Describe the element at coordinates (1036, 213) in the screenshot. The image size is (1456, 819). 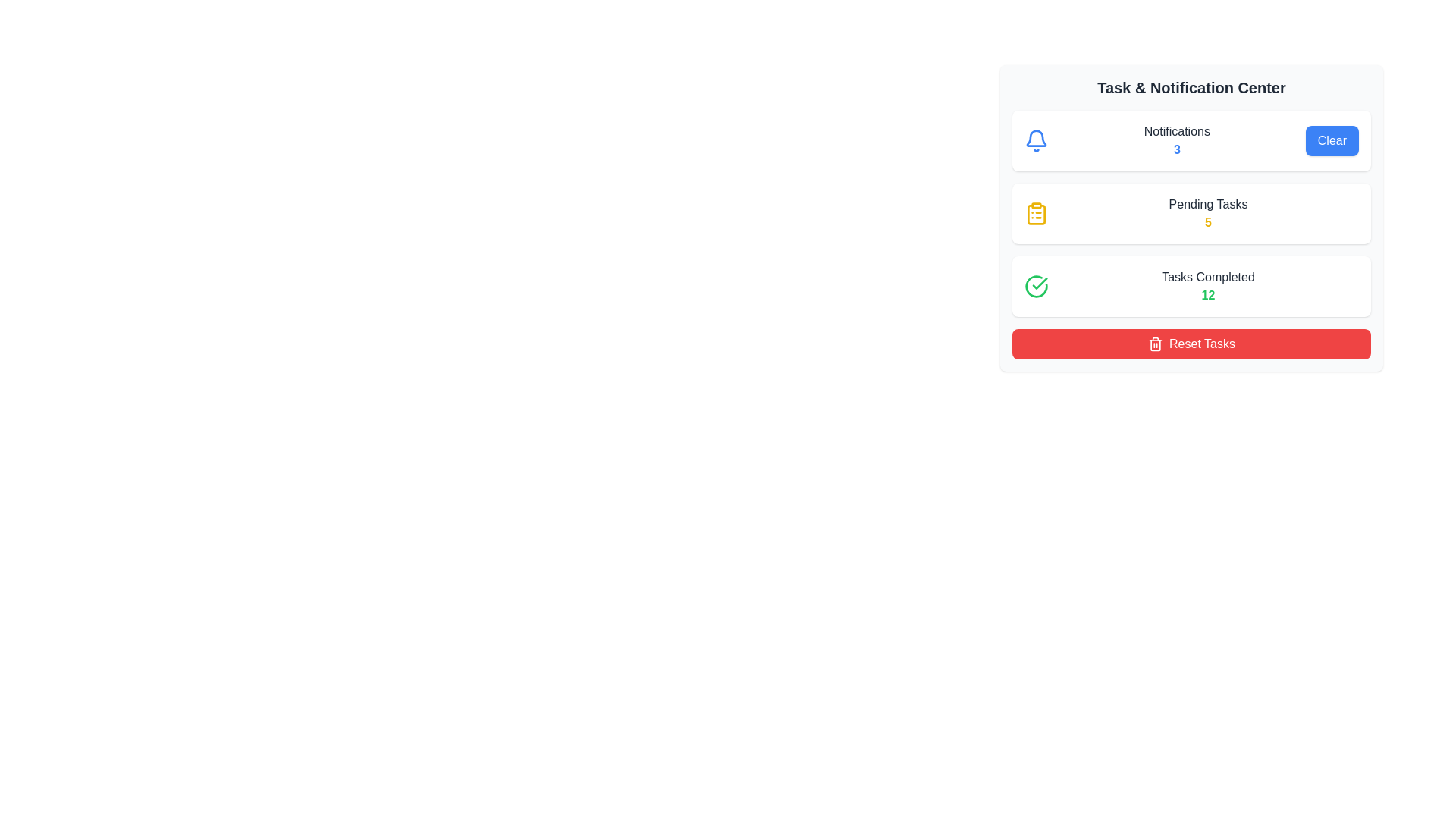
I see `the yellow clipboard icon located in the 'Pending Tasks' section, which is the leftmost icon in the second row of the task and notification panel` at that location.